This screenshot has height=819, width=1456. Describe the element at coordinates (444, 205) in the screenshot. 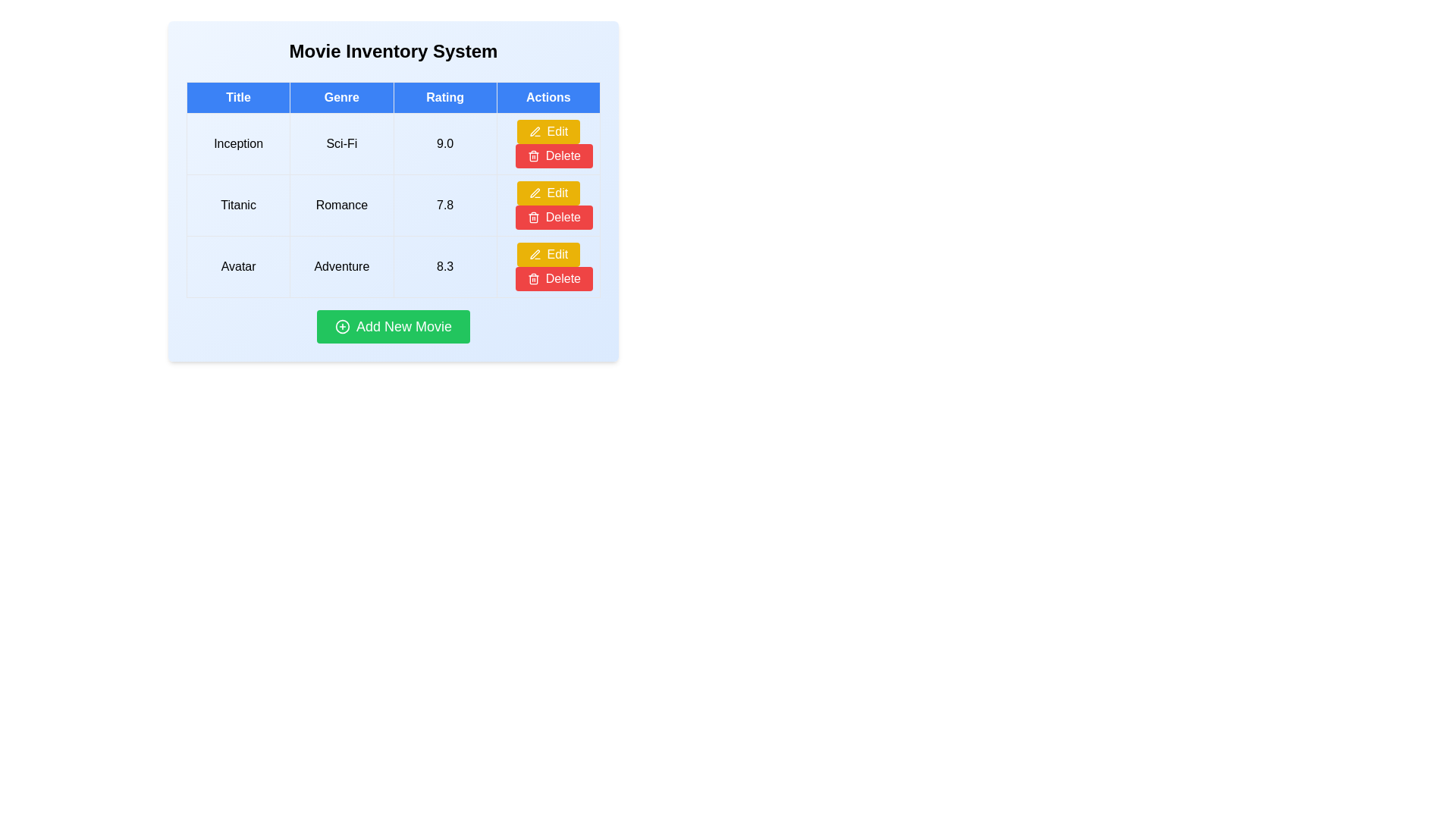

I see `the static text displaying the numerical value '7.8' located in the 'Rating' column of the row labeled 'Titanic'` at that location.